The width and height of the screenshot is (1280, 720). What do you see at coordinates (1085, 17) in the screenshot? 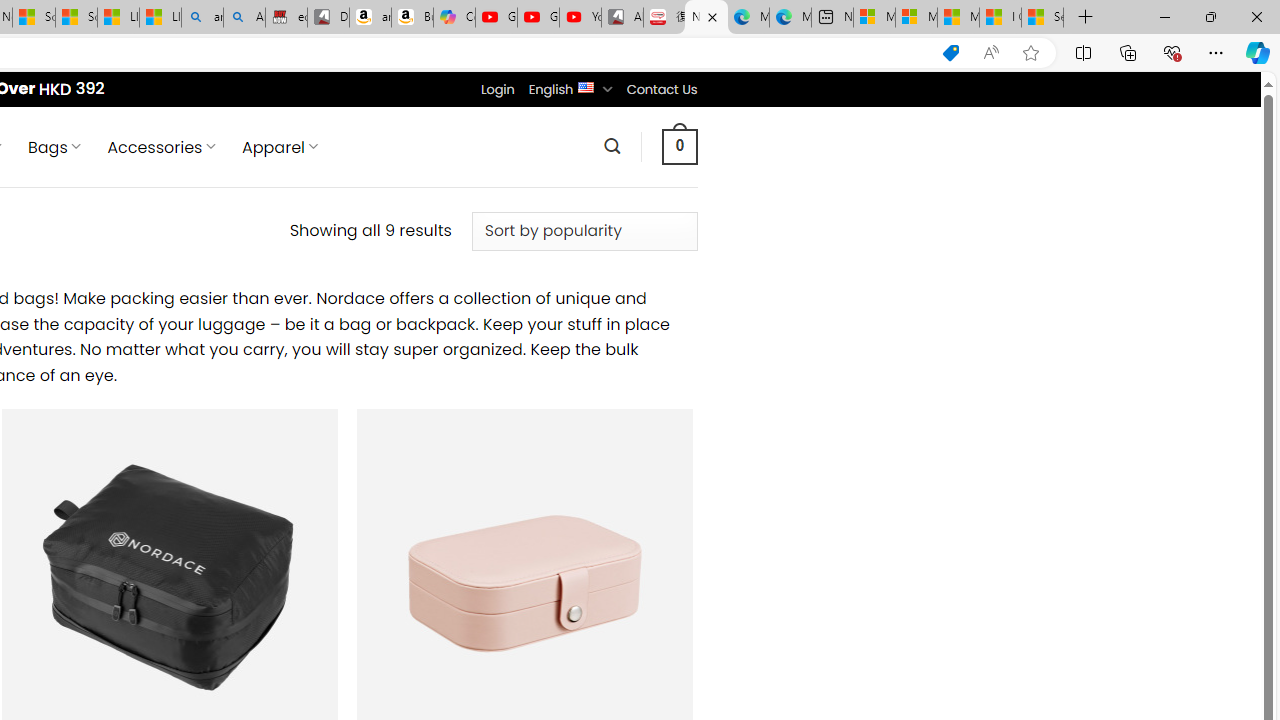
I see `'New Tab'` at bounding box center [1085, 17].